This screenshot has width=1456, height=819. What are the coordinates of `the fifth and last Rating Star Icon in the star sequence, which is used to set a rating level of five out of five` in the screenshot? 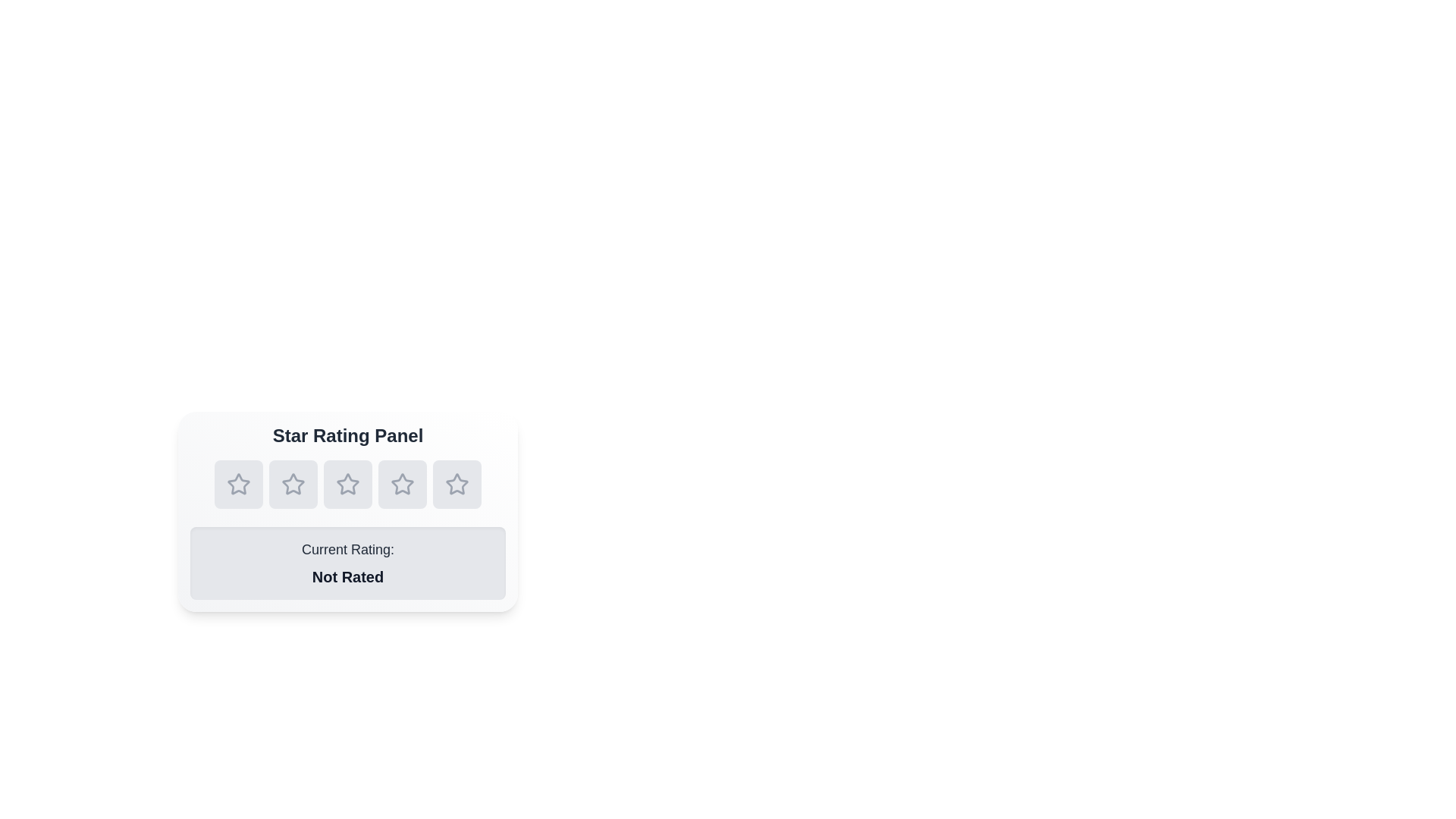 It's located at (457, 484).